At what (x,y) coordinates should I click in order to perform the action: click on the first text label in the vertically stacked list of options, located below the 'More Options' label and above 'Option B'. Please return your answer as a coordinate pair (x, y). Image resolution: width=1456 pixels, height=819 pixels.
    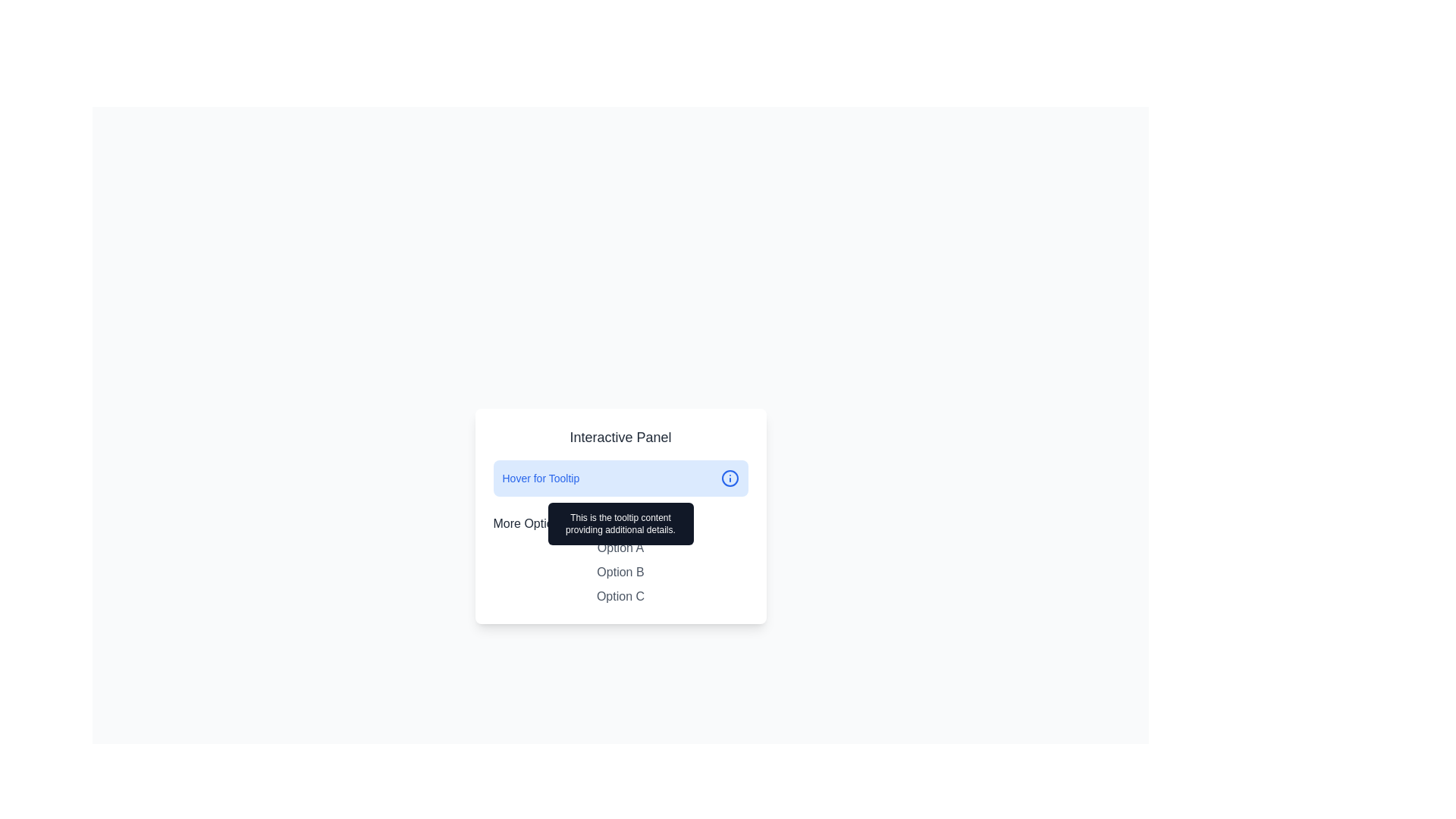
    Looking at the image, I should click on (620, 548).